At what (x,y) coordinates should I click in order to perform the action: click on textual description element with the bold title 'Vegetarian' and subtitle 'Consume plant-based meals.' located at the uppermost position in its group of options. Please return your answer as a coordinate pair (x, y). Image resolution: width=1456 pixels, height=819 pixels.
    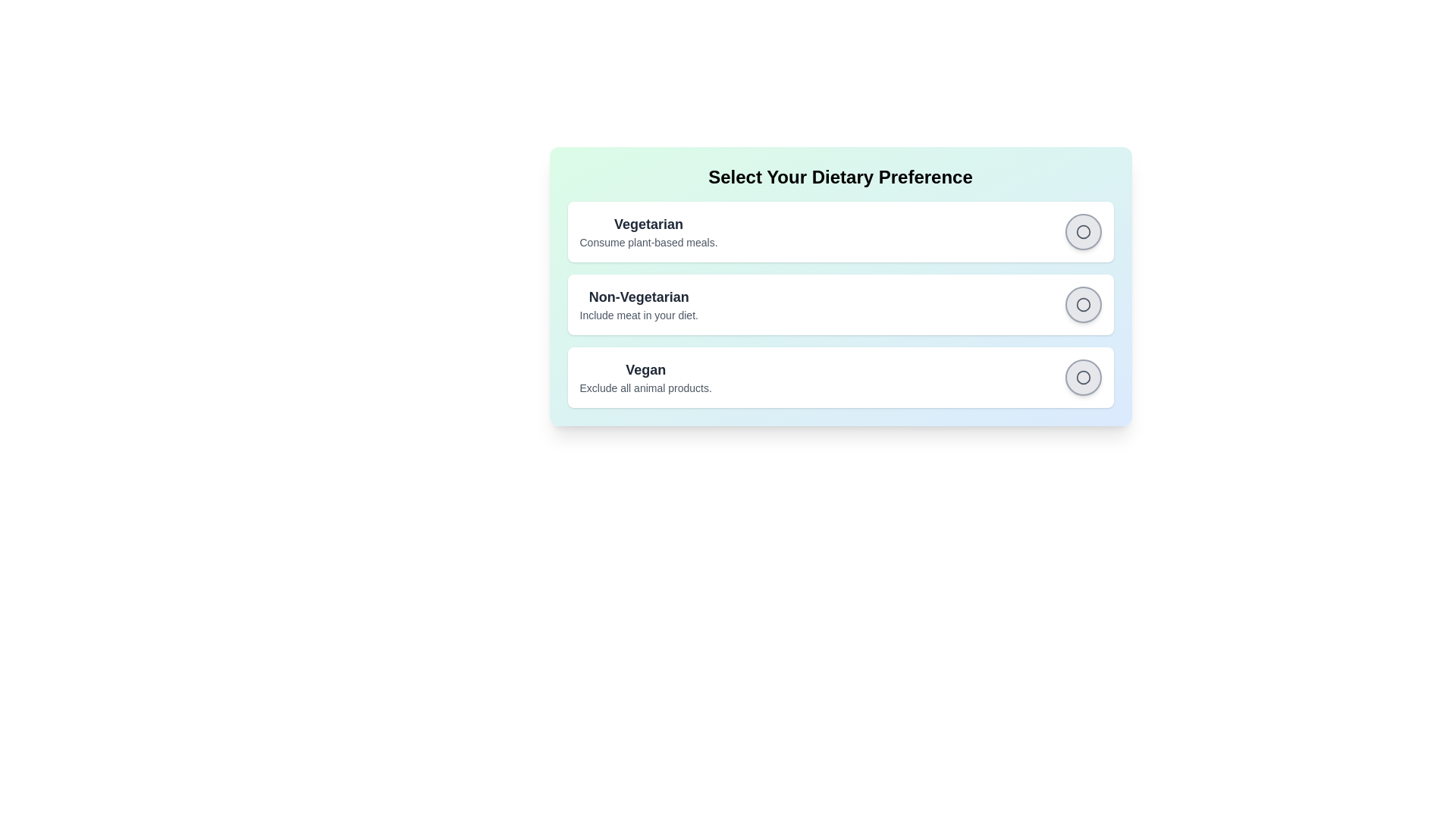
    Looking at the image, I should click on (648, 231).